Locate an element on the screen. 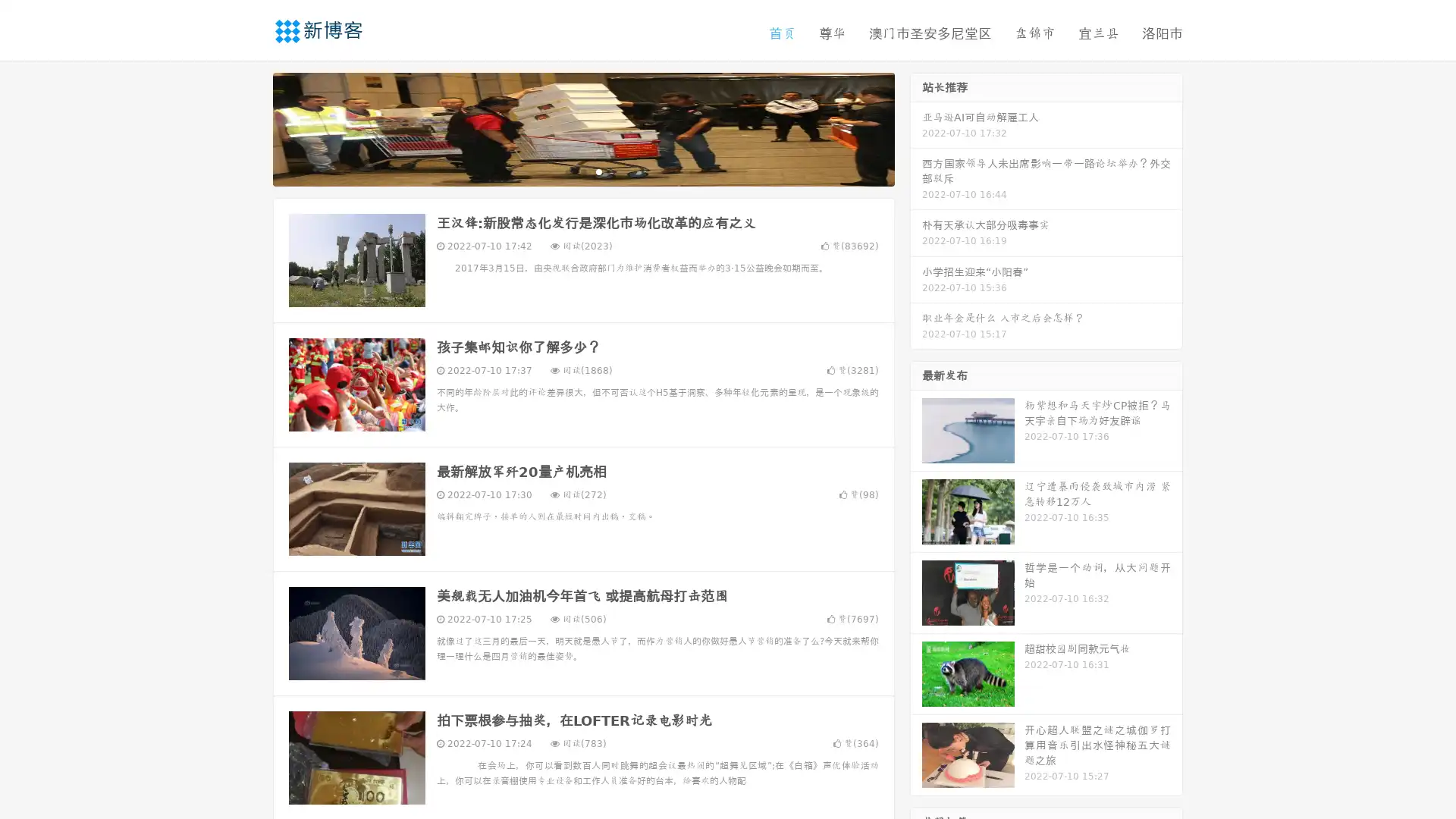  Previous slide is located at coordinates (250, 127).